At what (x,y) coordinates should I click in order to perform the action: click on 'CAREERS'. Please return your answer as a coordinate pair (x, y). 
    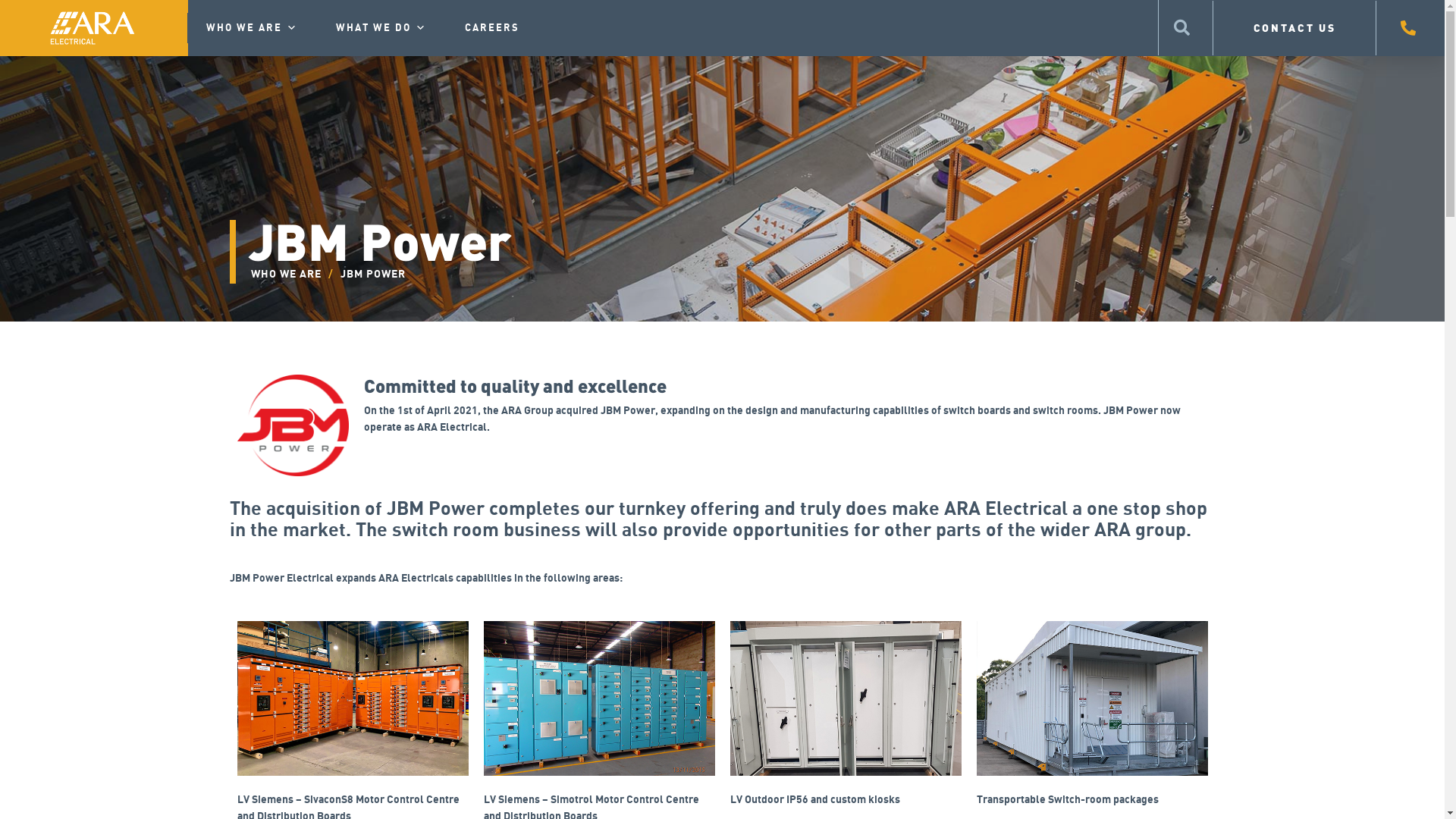
    Looking at the image, I should click on (491, 28).